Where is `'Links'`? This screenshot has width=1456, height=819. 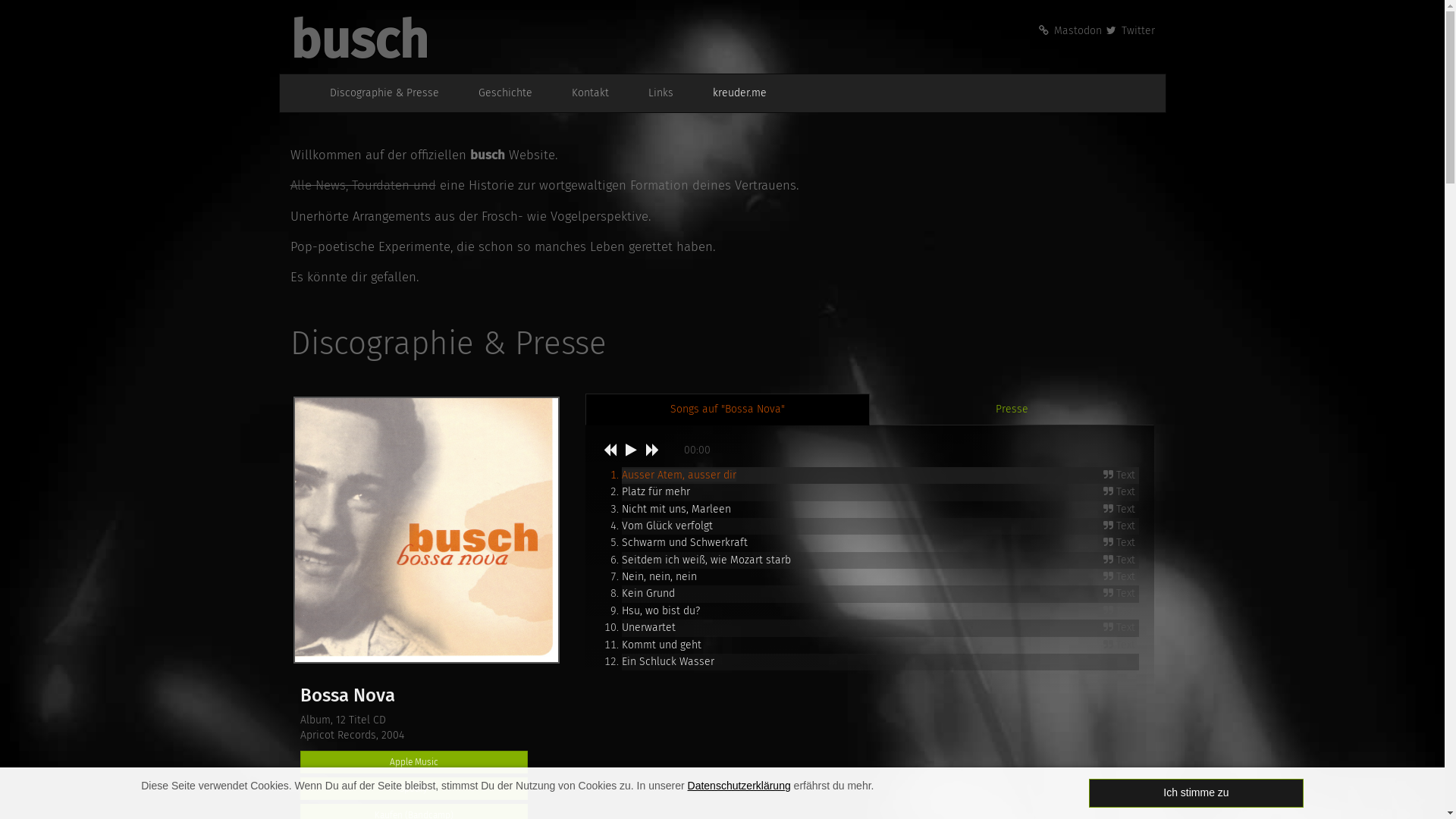
'Links' is located at coordinates (652, 93).